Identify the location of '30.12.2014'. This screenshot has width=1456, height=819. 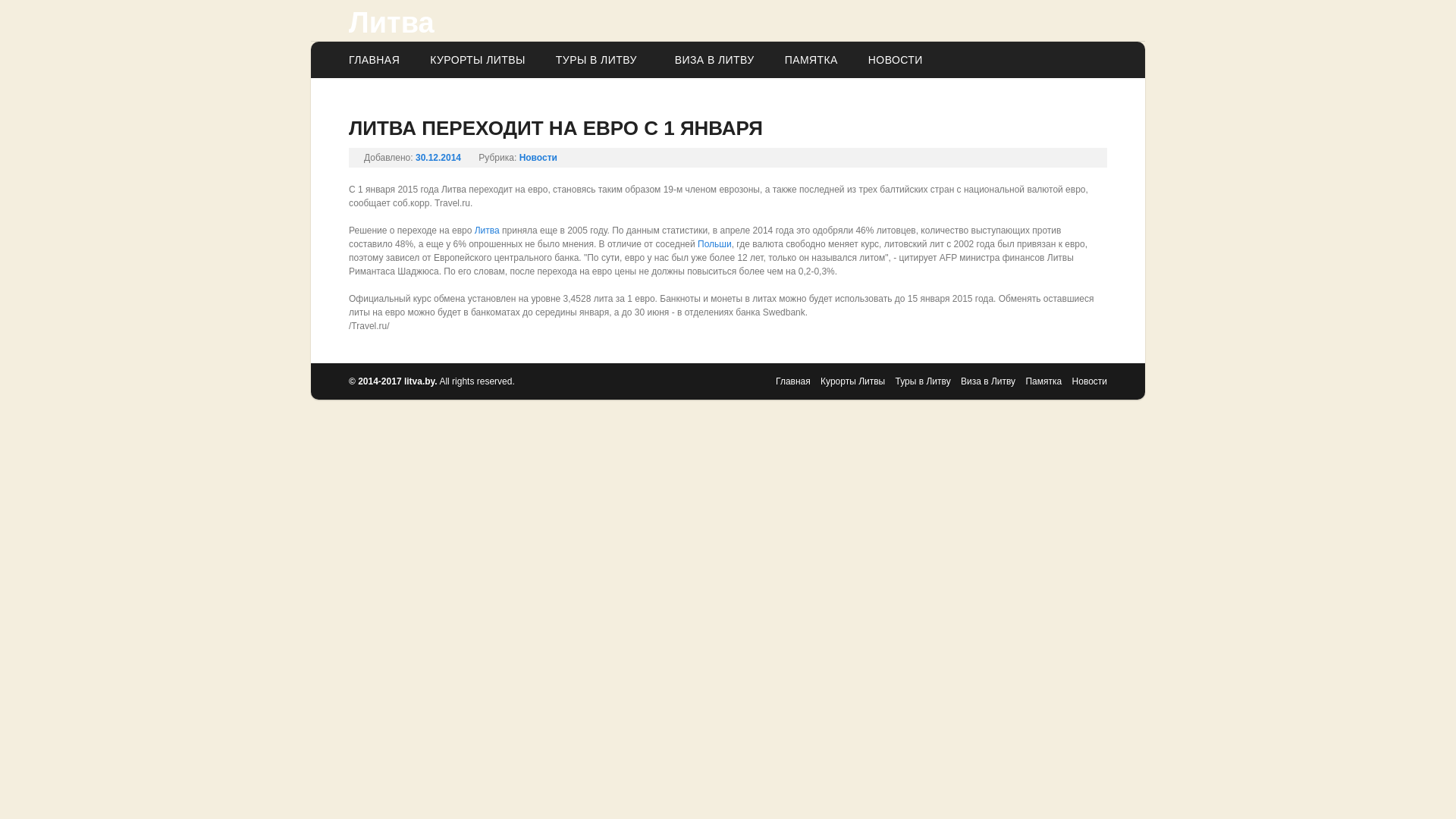
(437, 158).